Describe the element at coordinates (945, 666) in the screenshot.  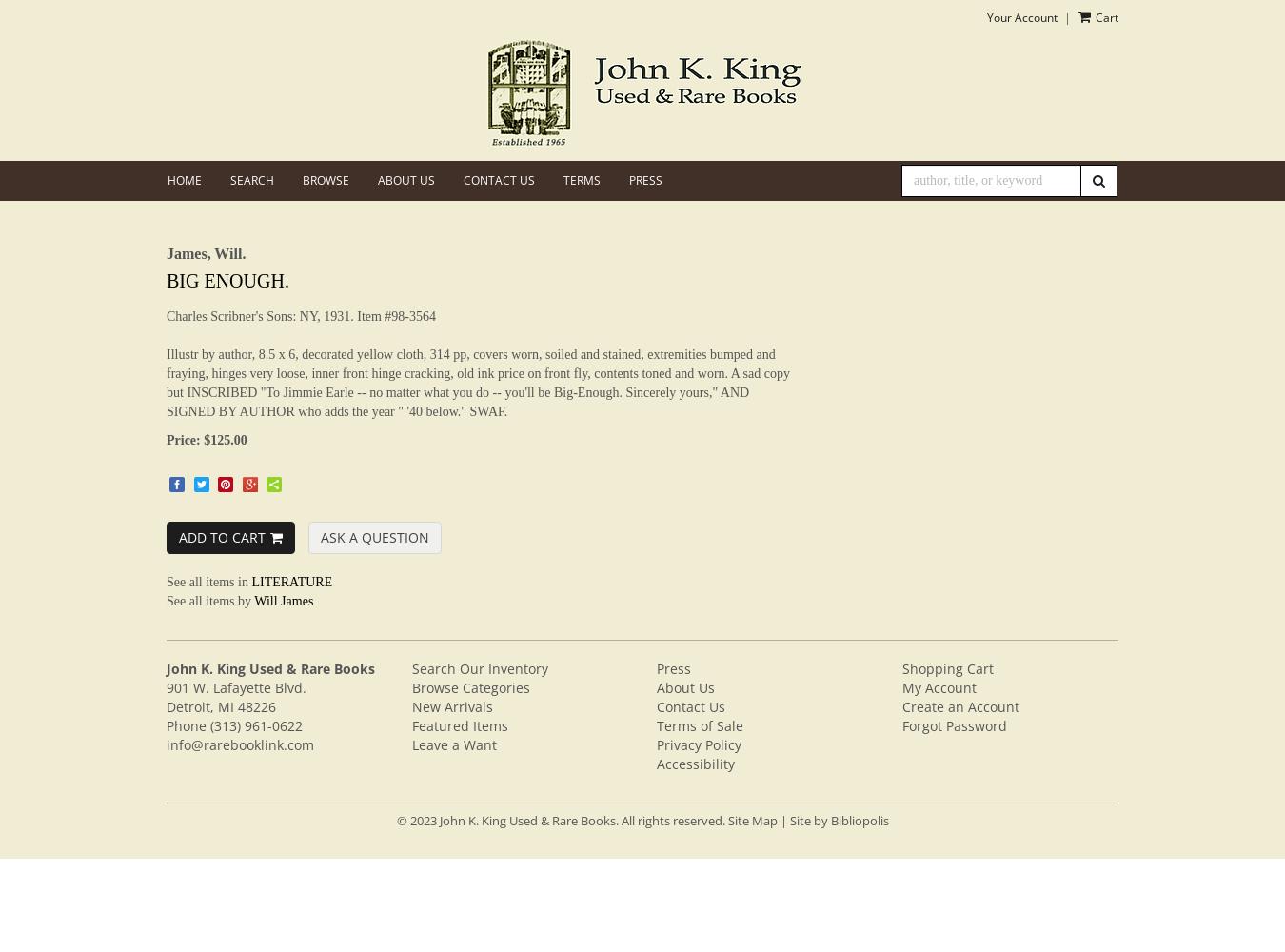
I see `'Shopping Cart'` at that location.